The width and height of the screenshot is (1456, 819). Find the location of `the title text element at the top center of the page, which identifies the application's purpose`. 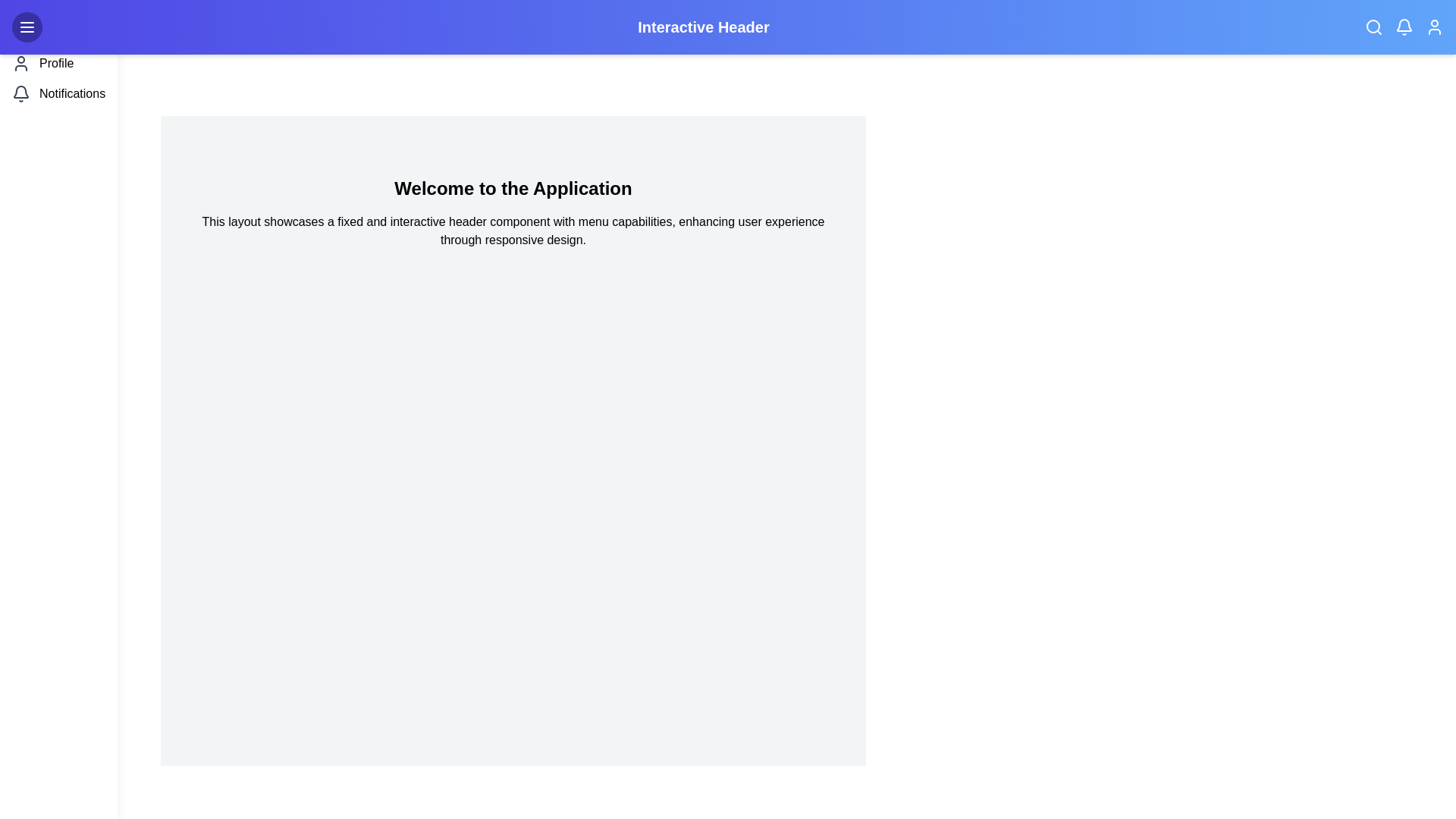

the title text element at the top center of the page, which identifies the application's purpose is located at coordinates (702, 27).